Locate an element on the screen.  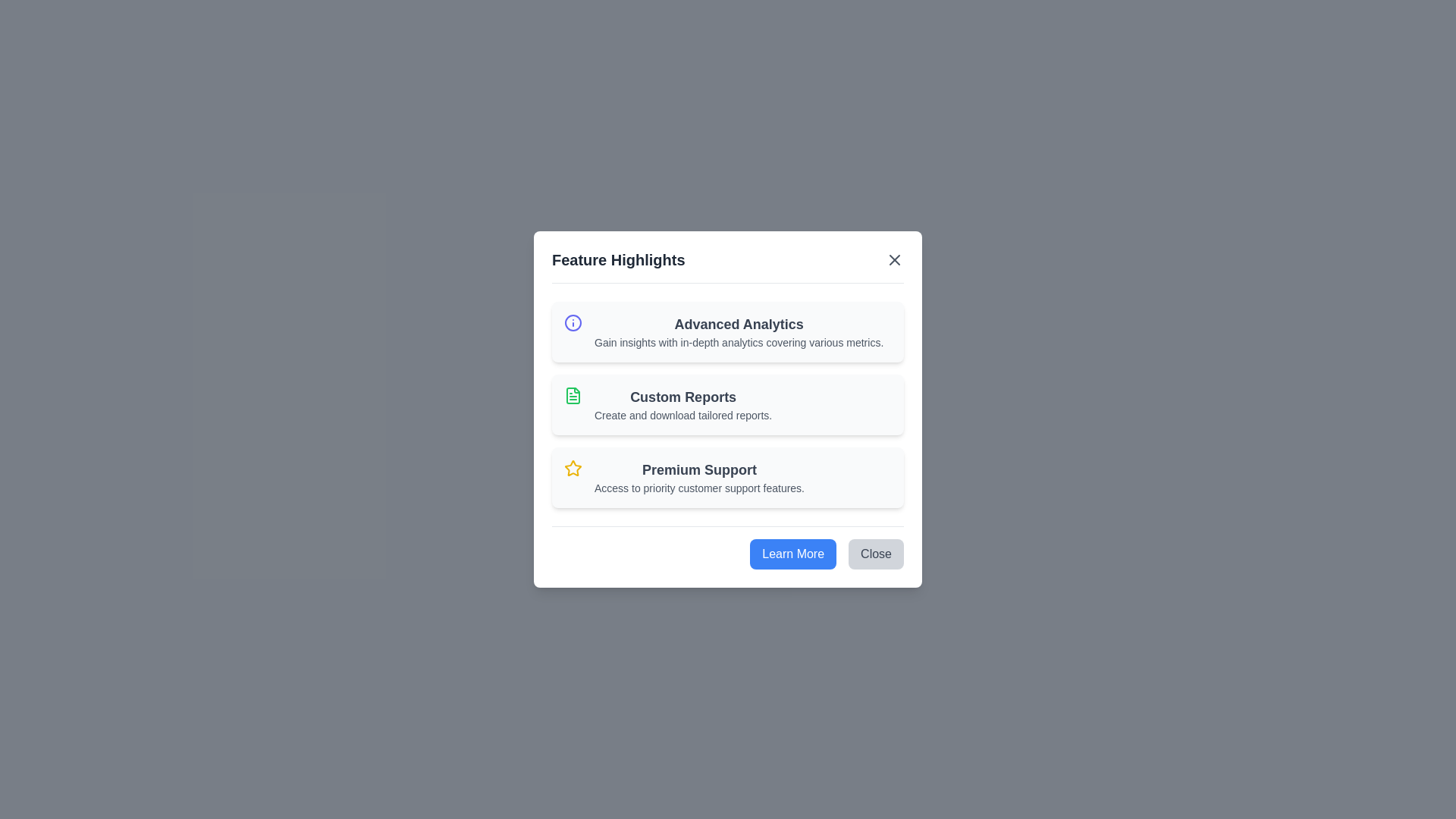
the 'Learn More' button, which is a rectangular button with rounded corners in vibrant blue with white text, located in the bottom right corner of a modal dialog, to observe the hover effect is located at coordinates (792, 554).